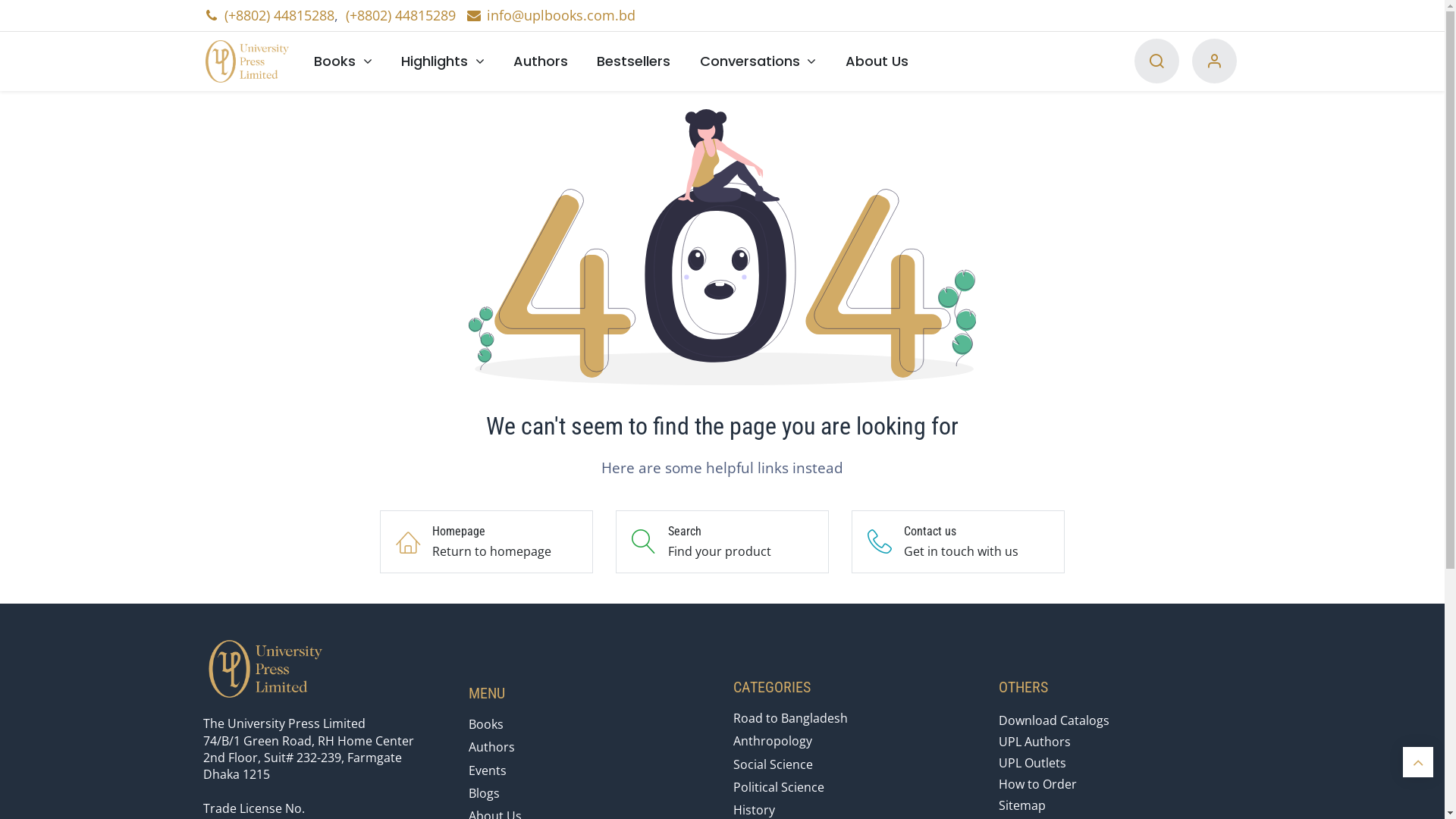 This screenshot has width=1456, height=819. I want to click on 'Contact us, so click(957, 541).